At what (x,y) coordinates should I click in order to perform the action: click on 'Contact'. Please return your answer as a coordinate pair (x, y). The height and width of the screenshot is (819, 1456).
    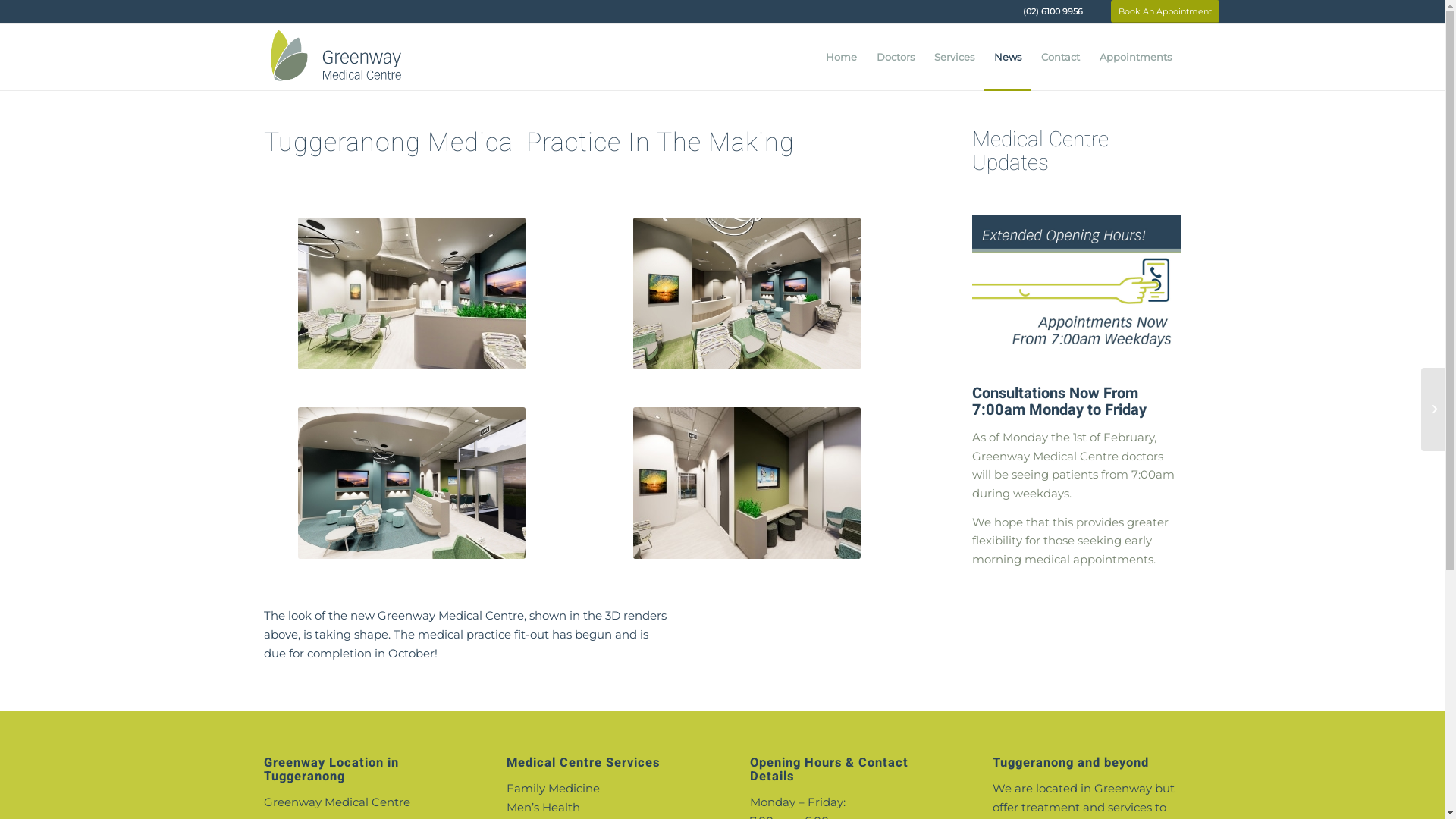
    Looking at the image, I should click on (1059, 55).